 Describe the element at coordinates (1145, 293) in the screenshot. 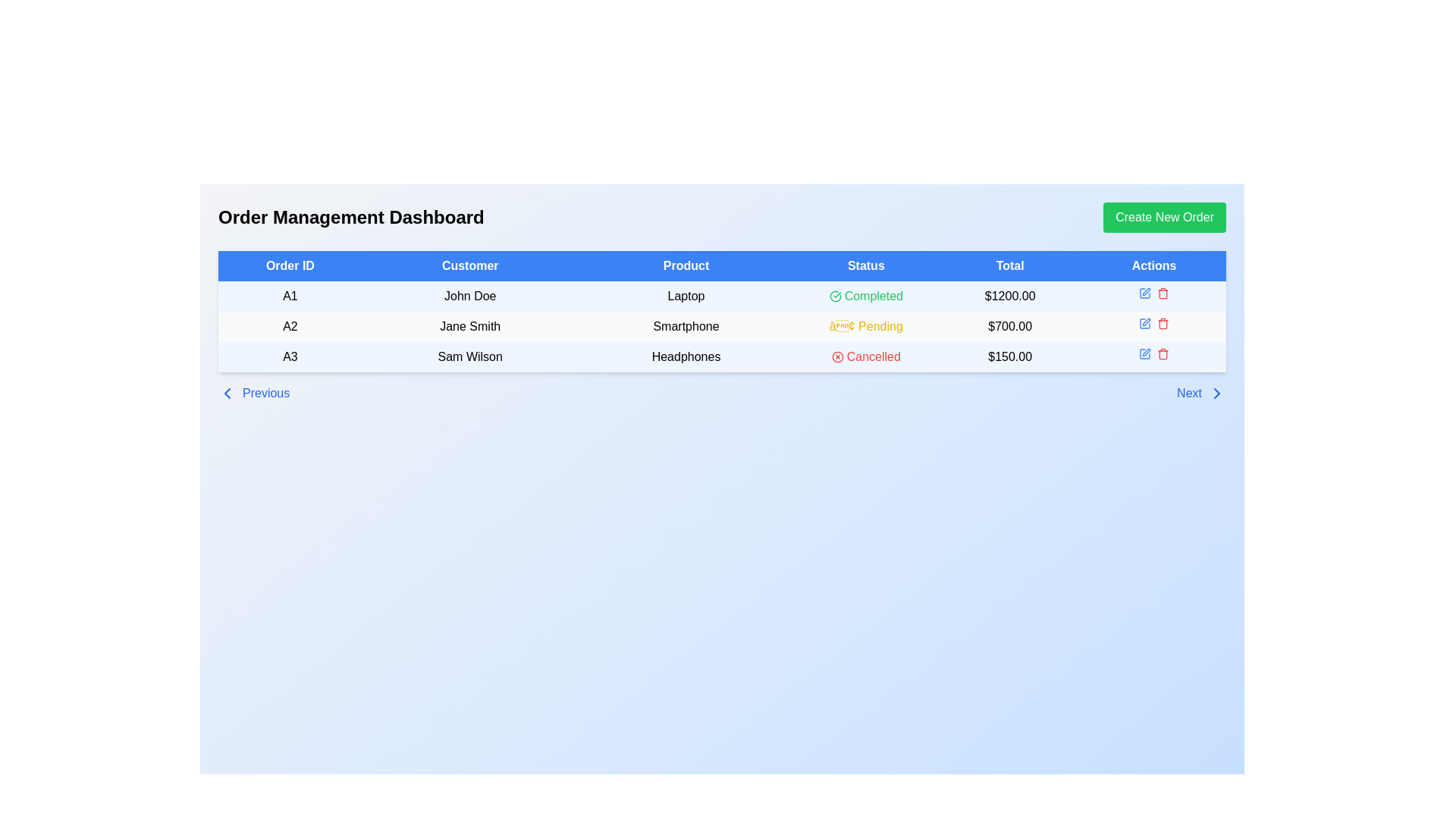

I see `the blue pen icon in the 'Actions' column of the first row` at that location.